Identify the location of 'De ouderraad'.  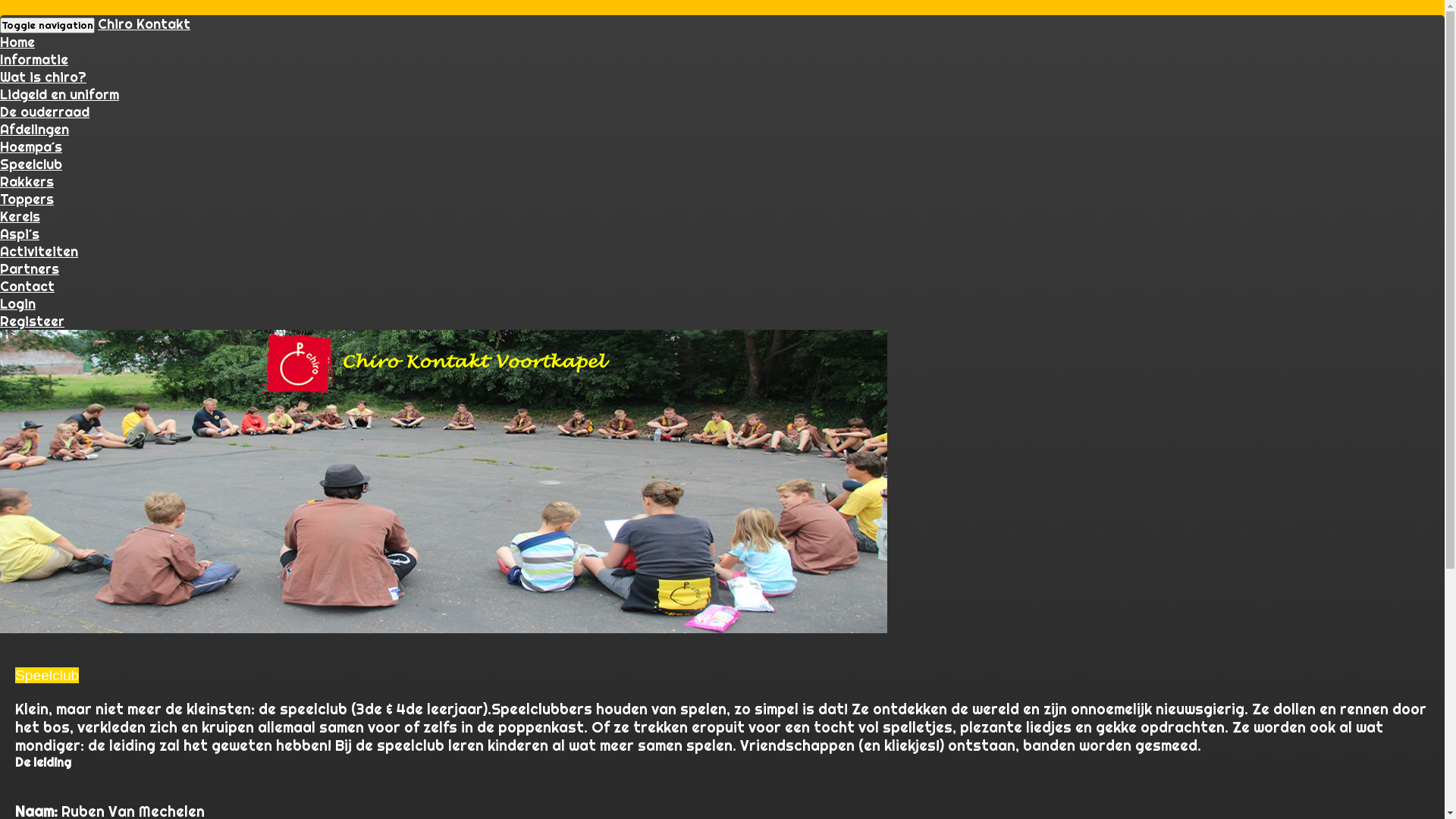
(44, 111).